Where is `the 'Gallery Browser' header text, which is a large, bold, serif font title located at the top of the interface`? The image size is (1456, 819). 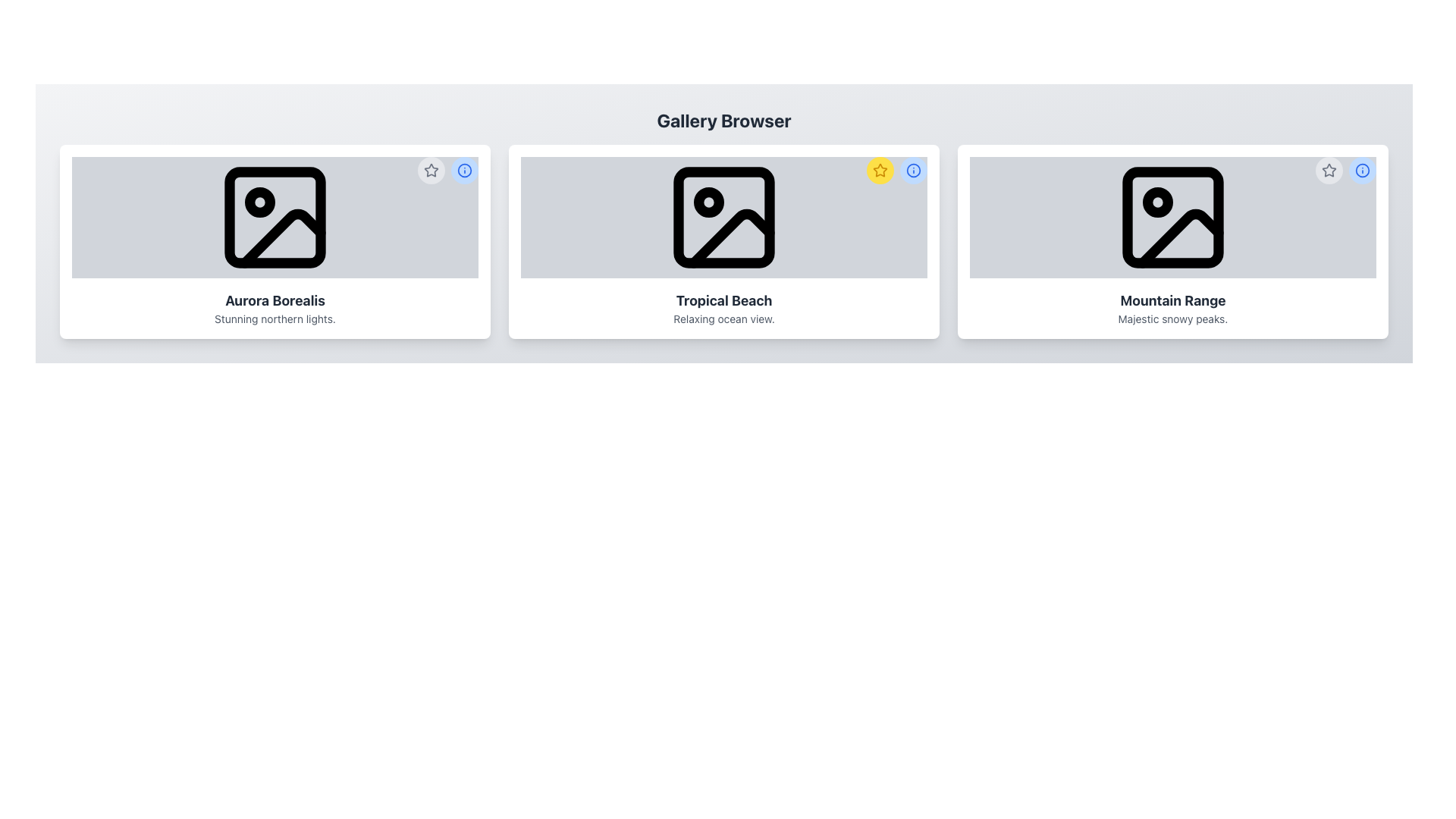 the 'Gallery Browser' header text, which is a large, bold, serif font title located at the top of the interface is located at coordinates (723, 119).